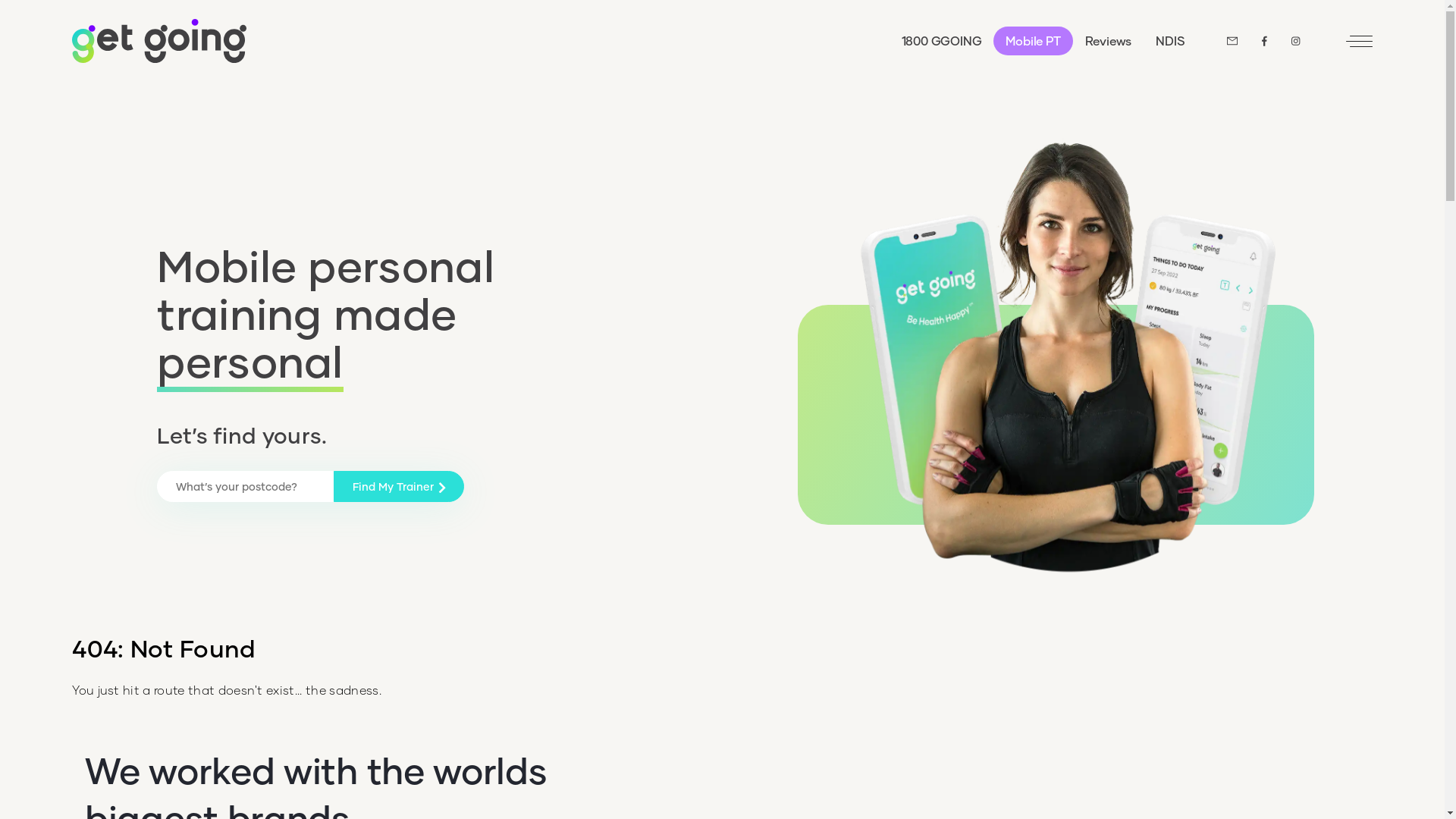 The height and width of the screenshot is (819, 1456). I want to click on 'Reviews', so click(1109, 40).